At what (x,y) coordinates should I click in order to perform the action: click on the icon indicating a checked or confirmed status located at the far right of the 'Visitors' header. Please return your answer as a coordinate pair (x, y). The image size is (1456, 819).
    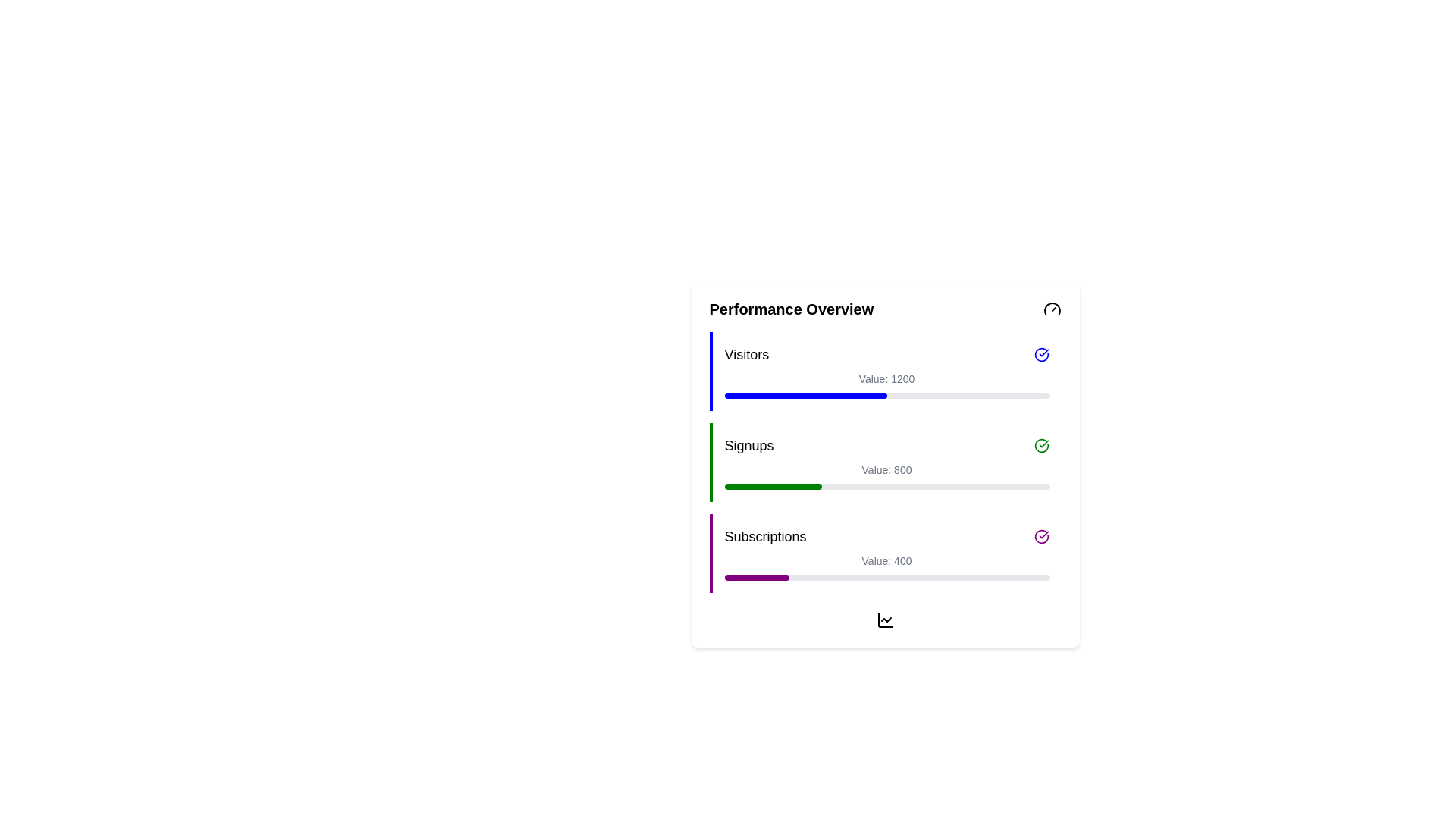
    Looking at the image, I should click on (1040, 354).